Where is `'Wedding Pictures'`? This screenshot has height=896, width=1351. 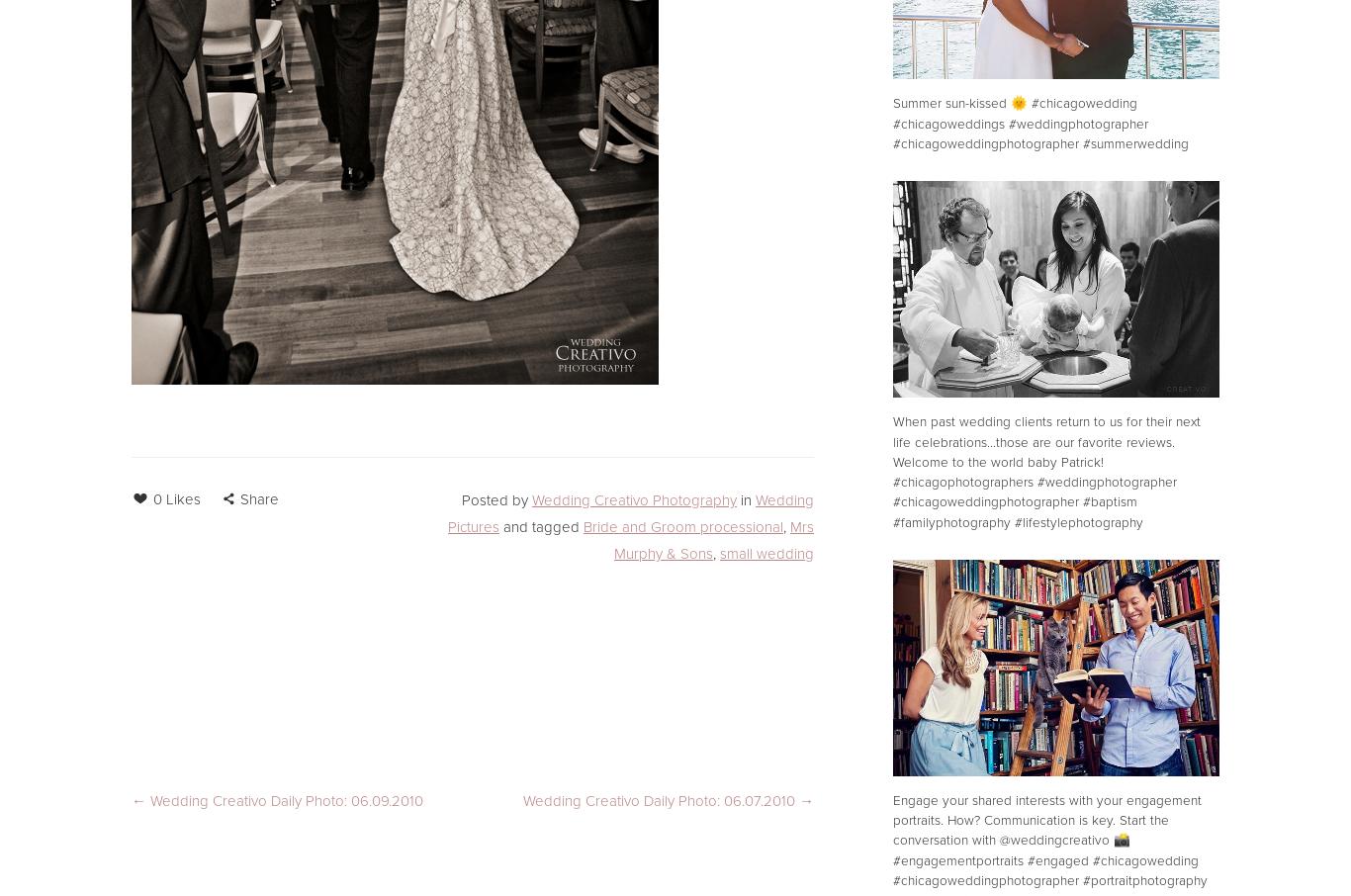 'Wedding Pictures' is located at coordinates (628, 513).